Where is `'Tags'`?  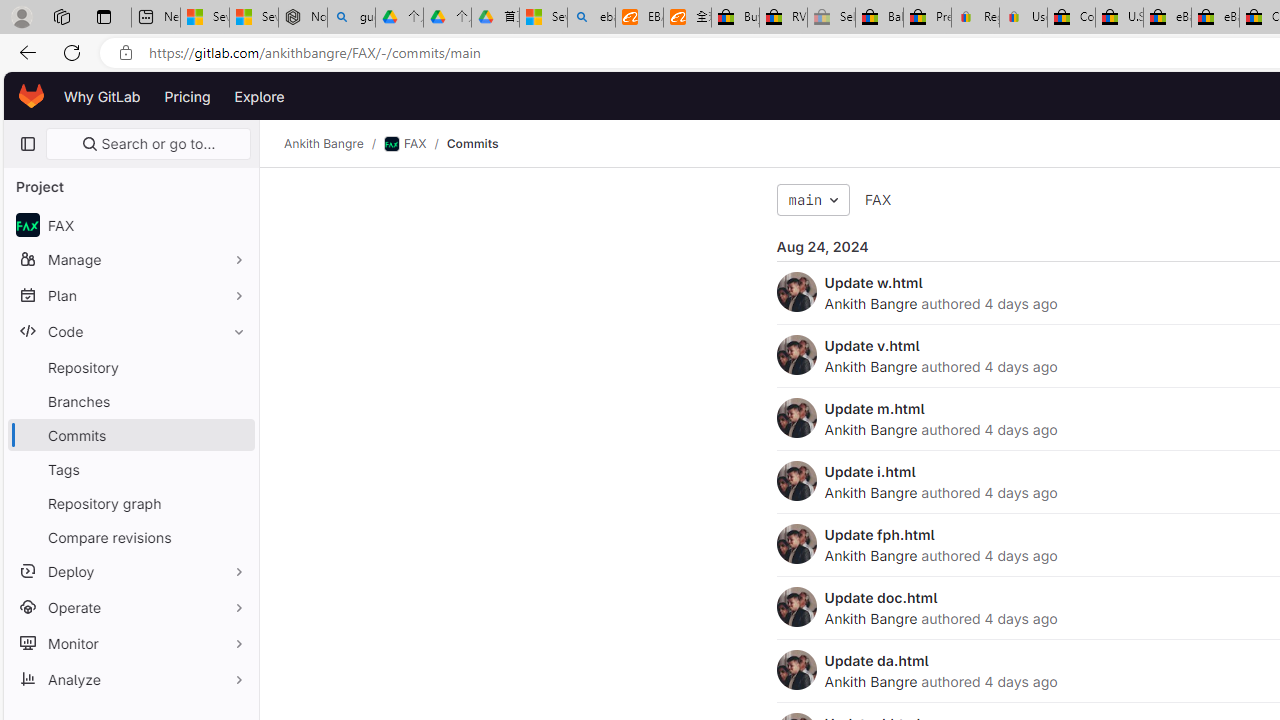 'Tags' is located at coordinates (130, 469).